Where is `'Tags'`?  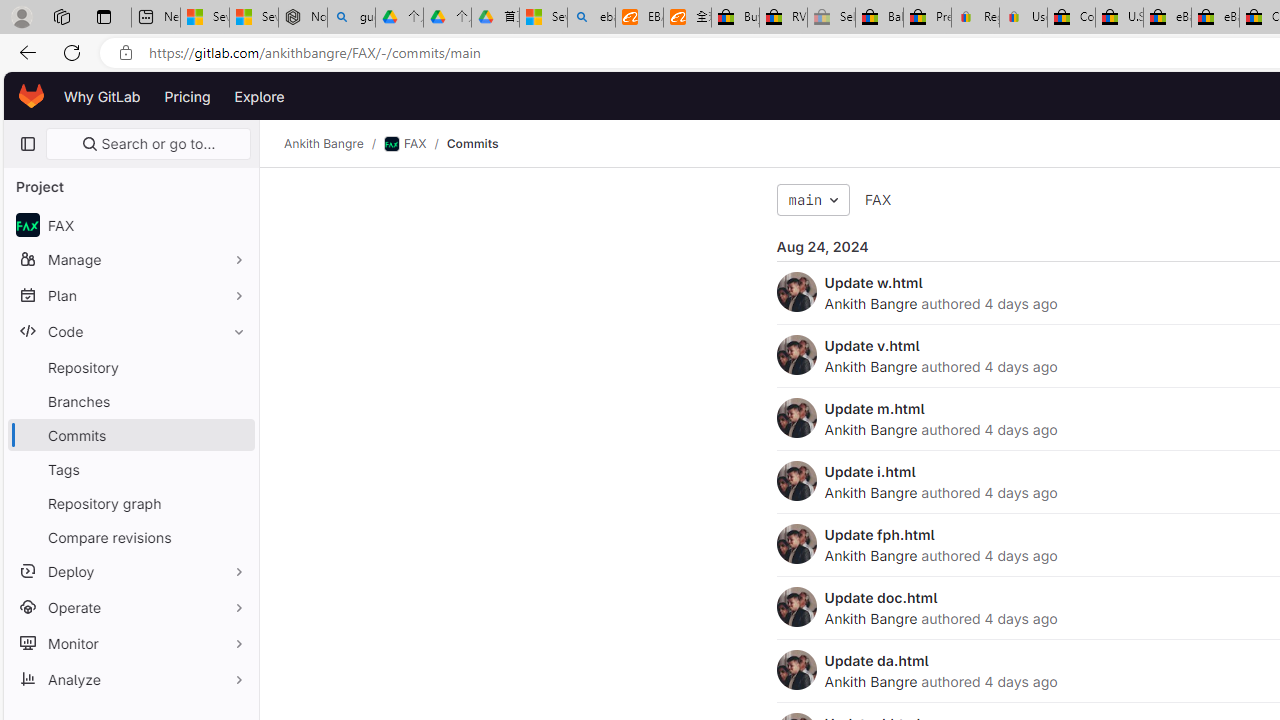 'Tags' is located at coordinates (130, 469).